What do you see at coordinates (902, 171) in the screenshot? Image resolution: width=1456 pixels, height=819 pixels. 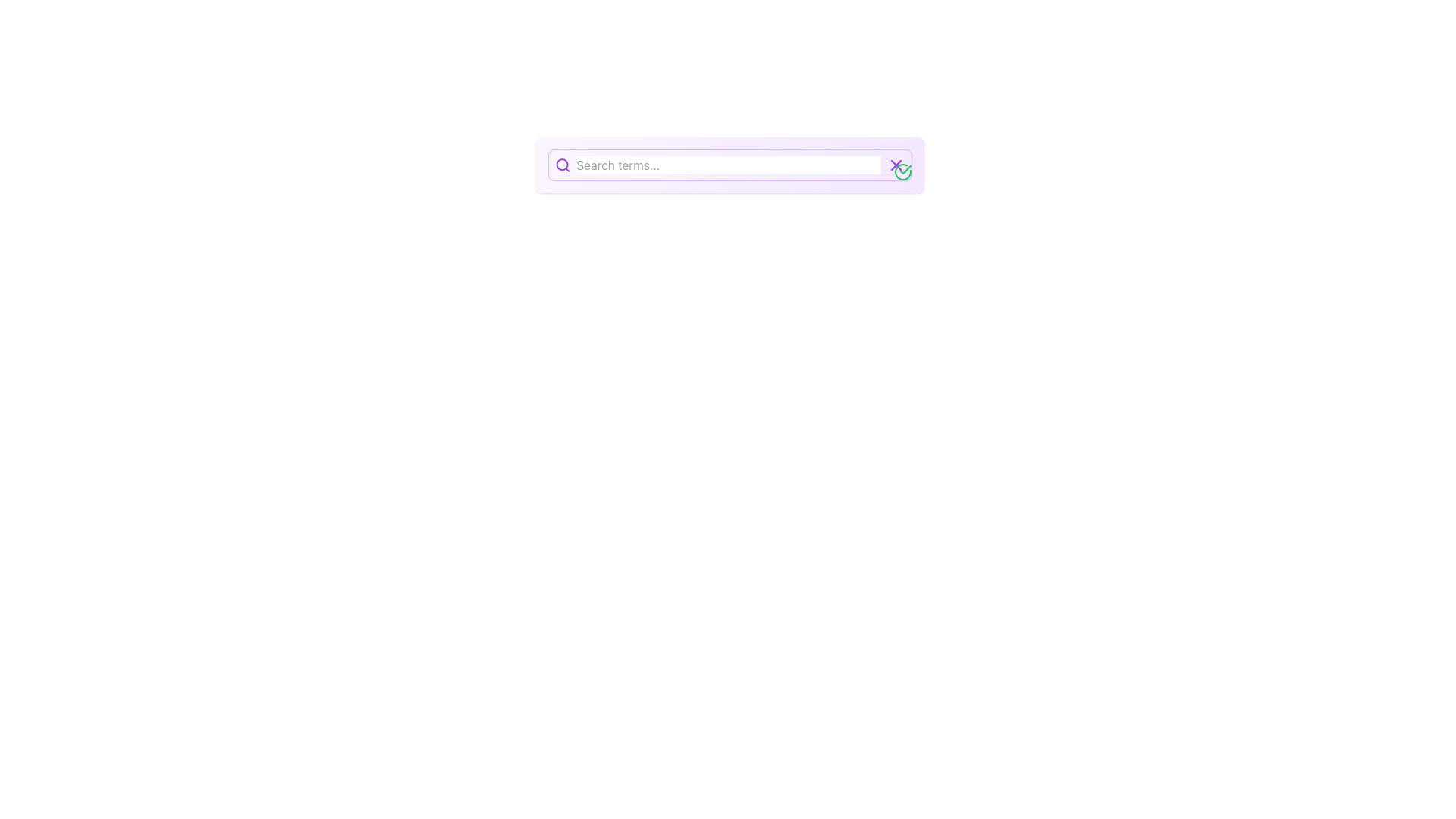 I see `the green checkmark icon encircled by a circular boundary, which indicates a positive state, located to the far right of the search bar` at bounding box center [902, 171].